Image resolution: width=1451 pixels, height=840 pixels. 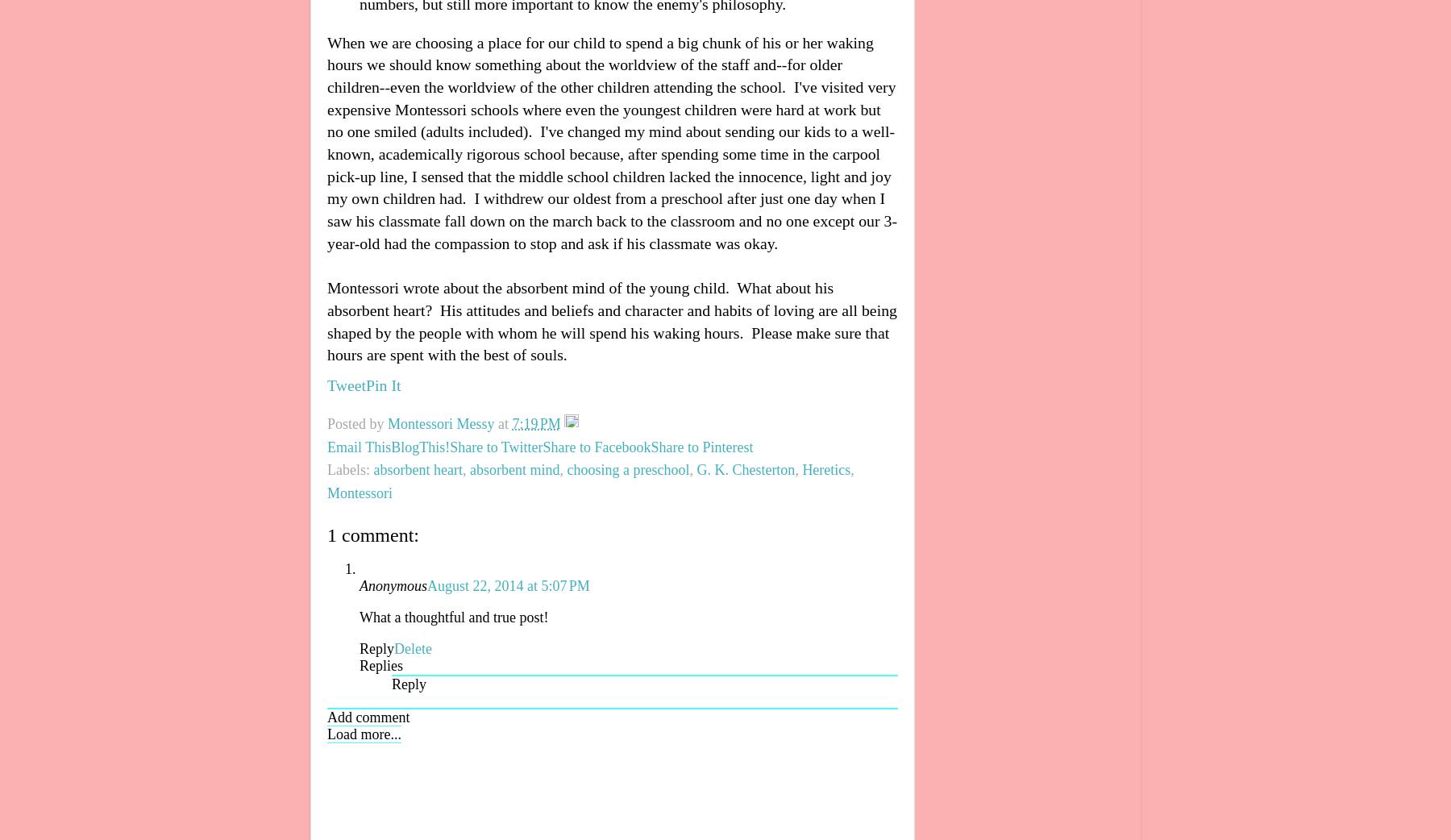 I want to click on '1 comment:', so click(x=327, y=534).